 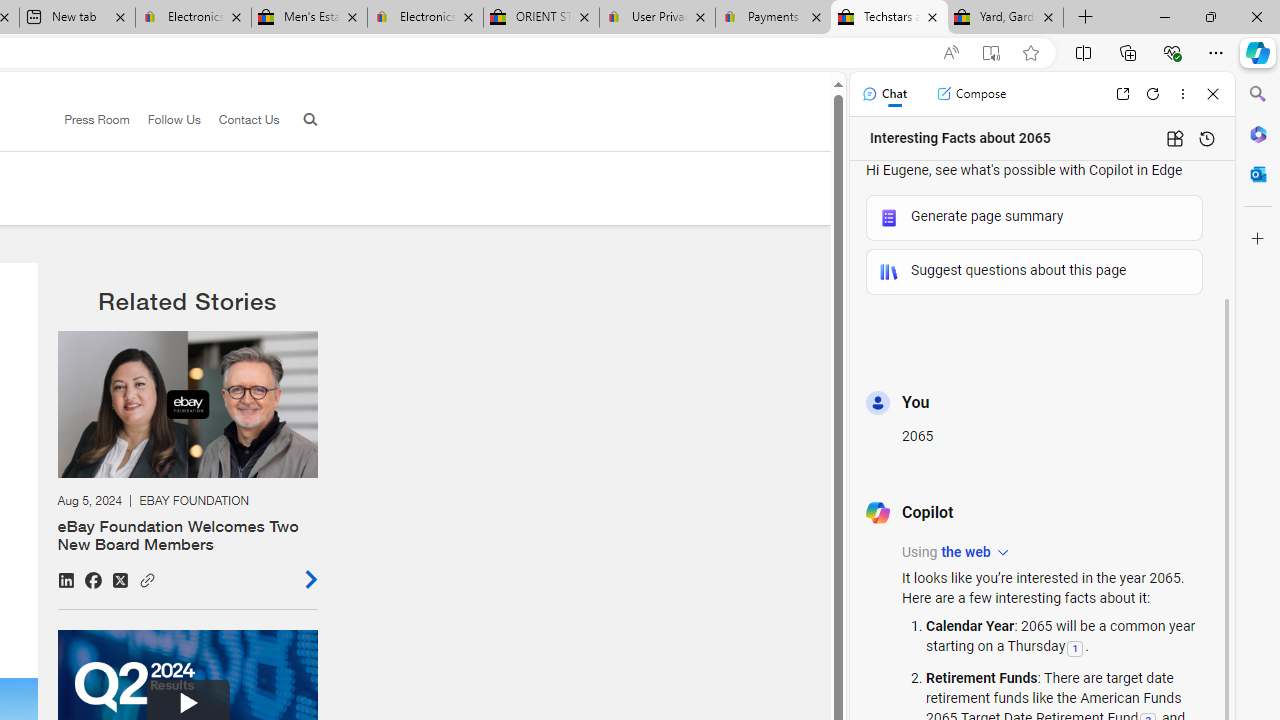 I want to click on 'Press Room', so click(x=96, y=119).